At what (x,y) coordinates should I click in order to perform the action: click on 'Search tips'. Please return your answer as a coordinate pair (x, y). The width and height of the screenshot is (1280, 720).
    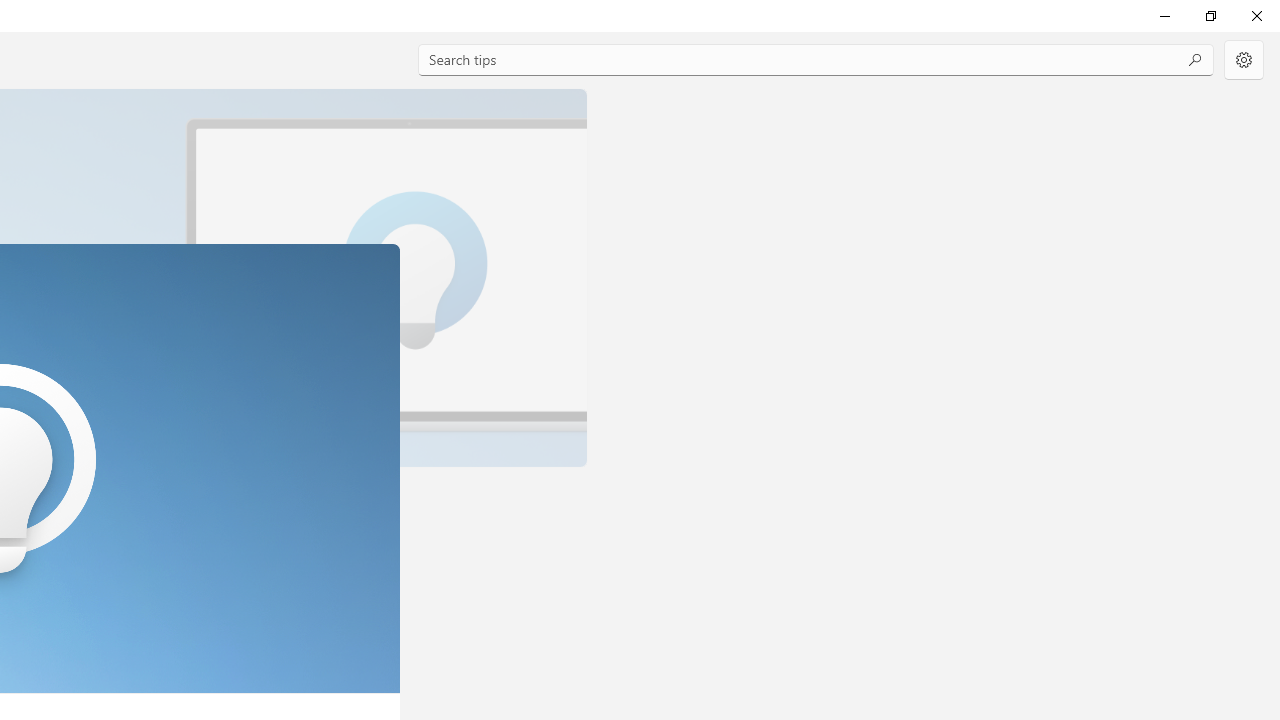
    Looking at the image, I should click on (816, 59).